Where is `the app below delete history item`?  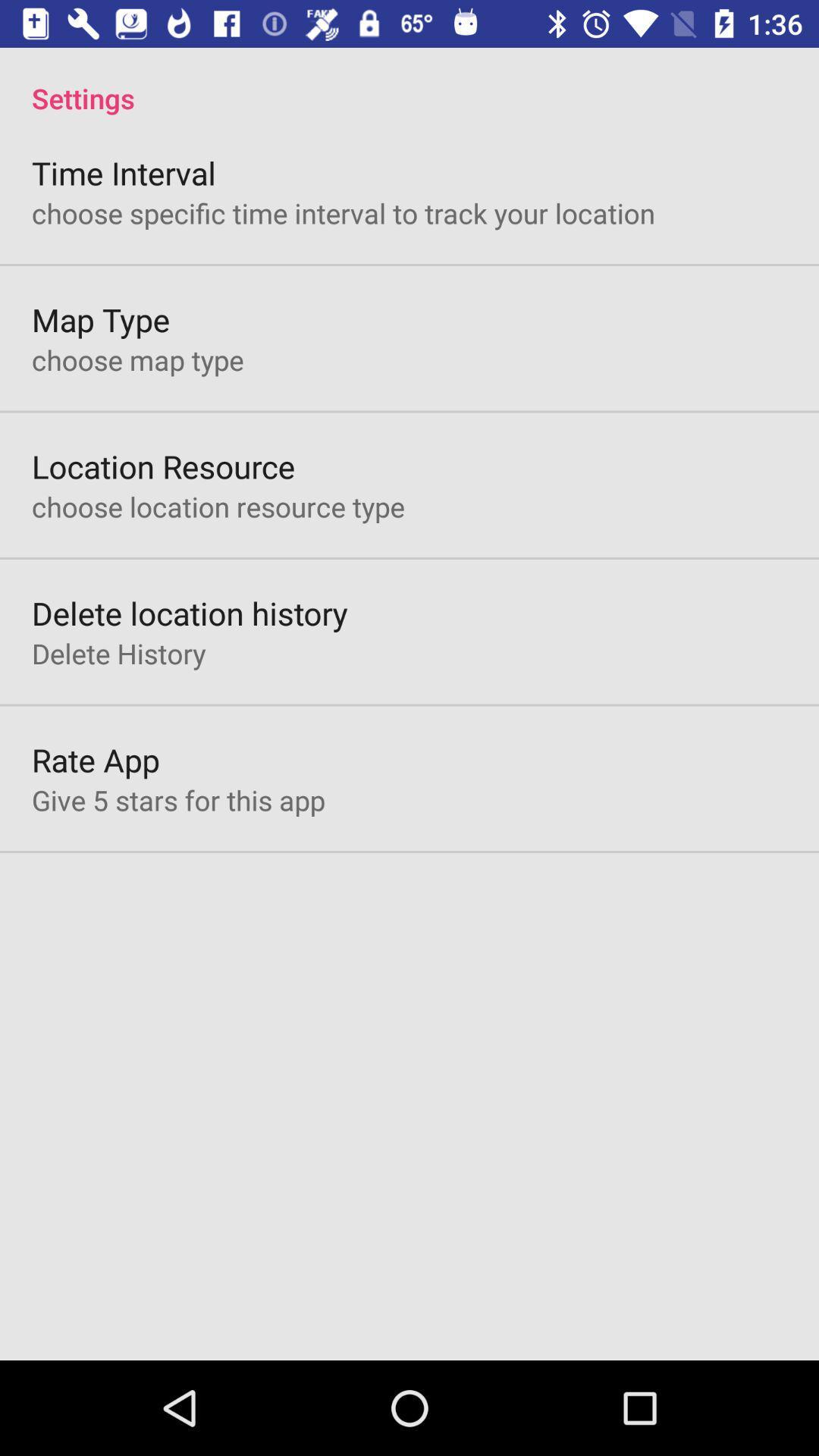 the app below delete history item is located at coordinates (96, 760).